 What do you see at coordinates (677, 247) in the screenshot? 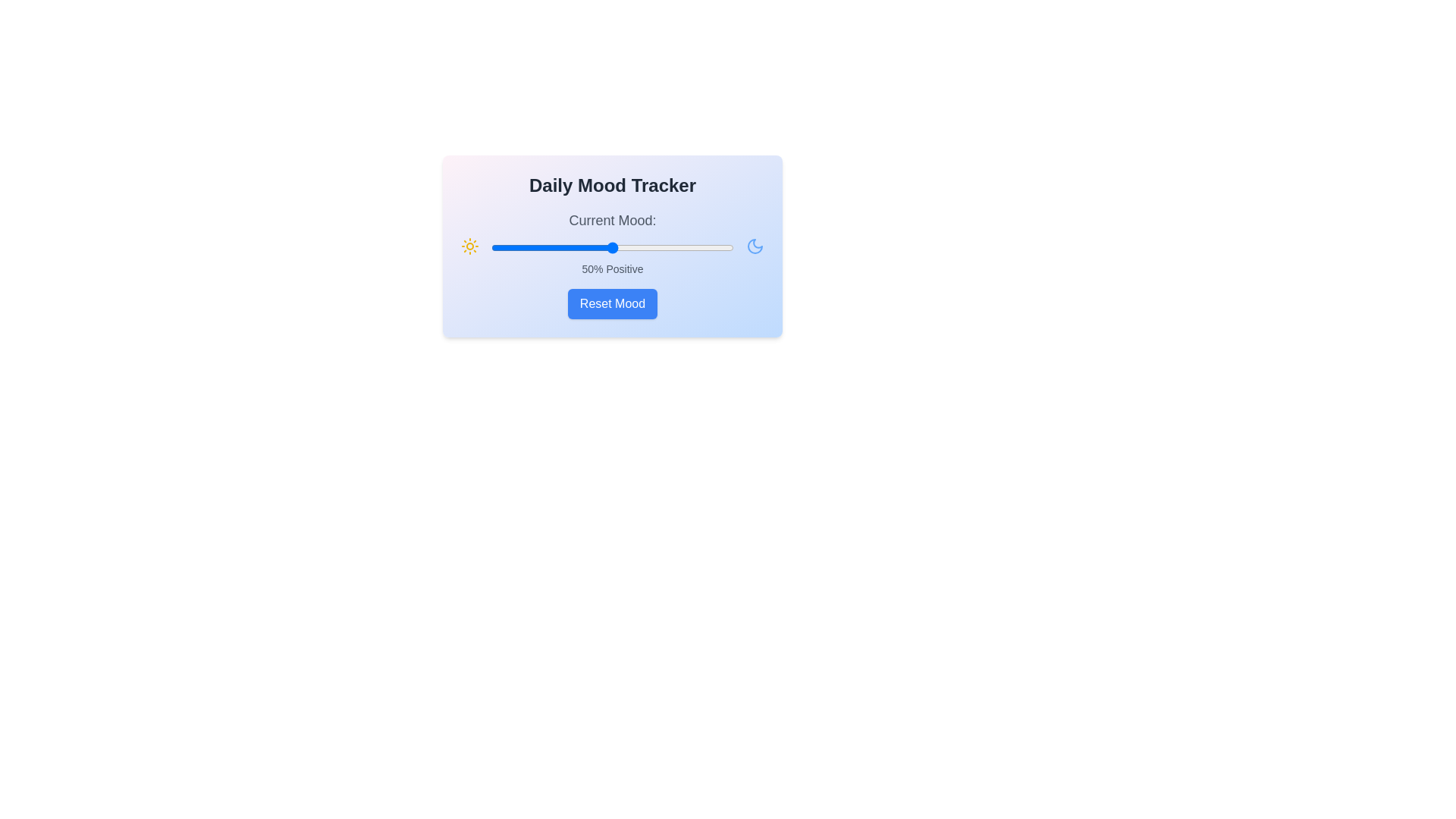
I see `mood rating` at bounding box center [677, 247].